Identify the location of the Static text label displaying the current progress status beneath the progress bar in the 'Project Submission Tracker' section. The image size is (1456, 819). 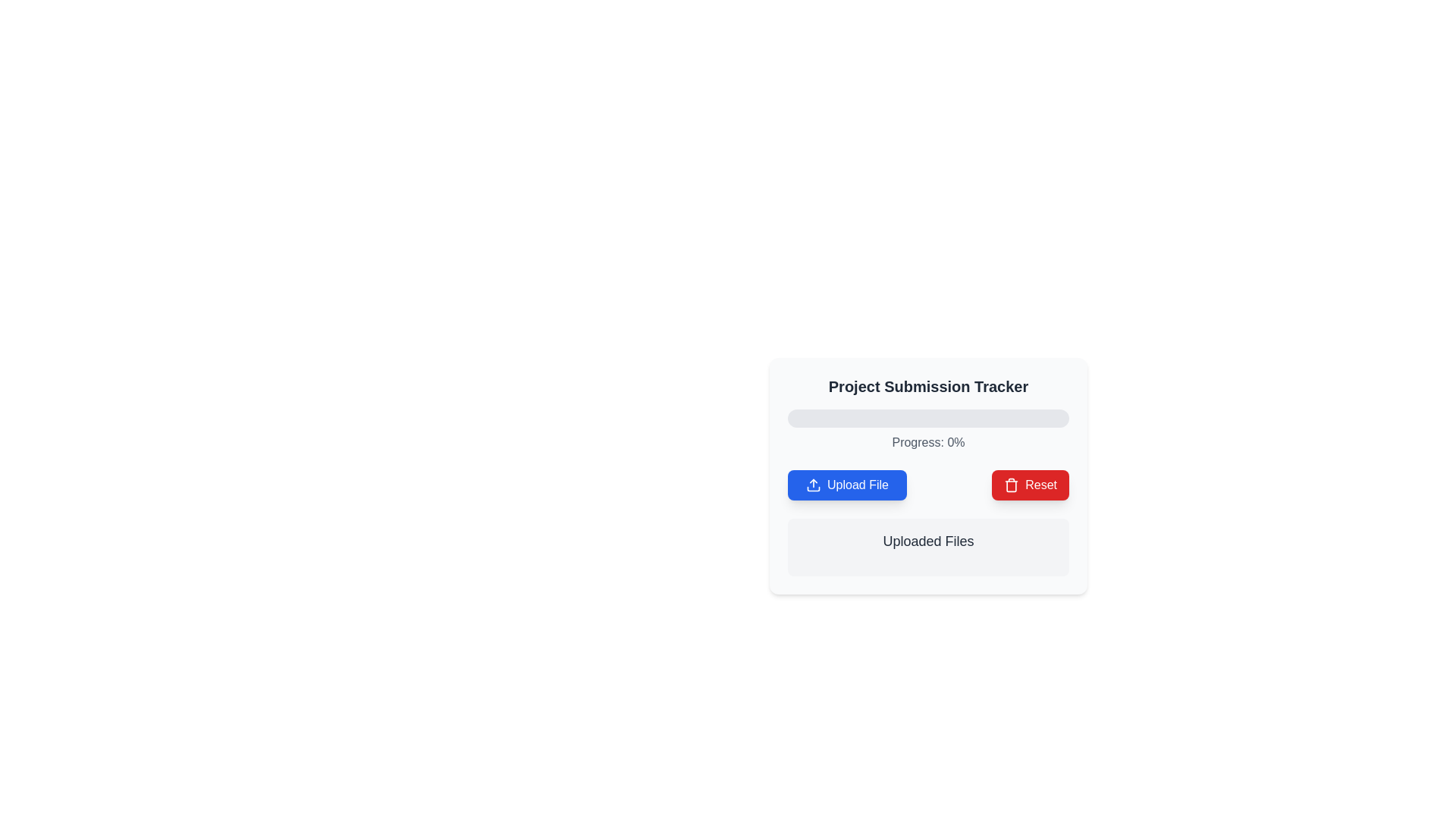
(927, 442).